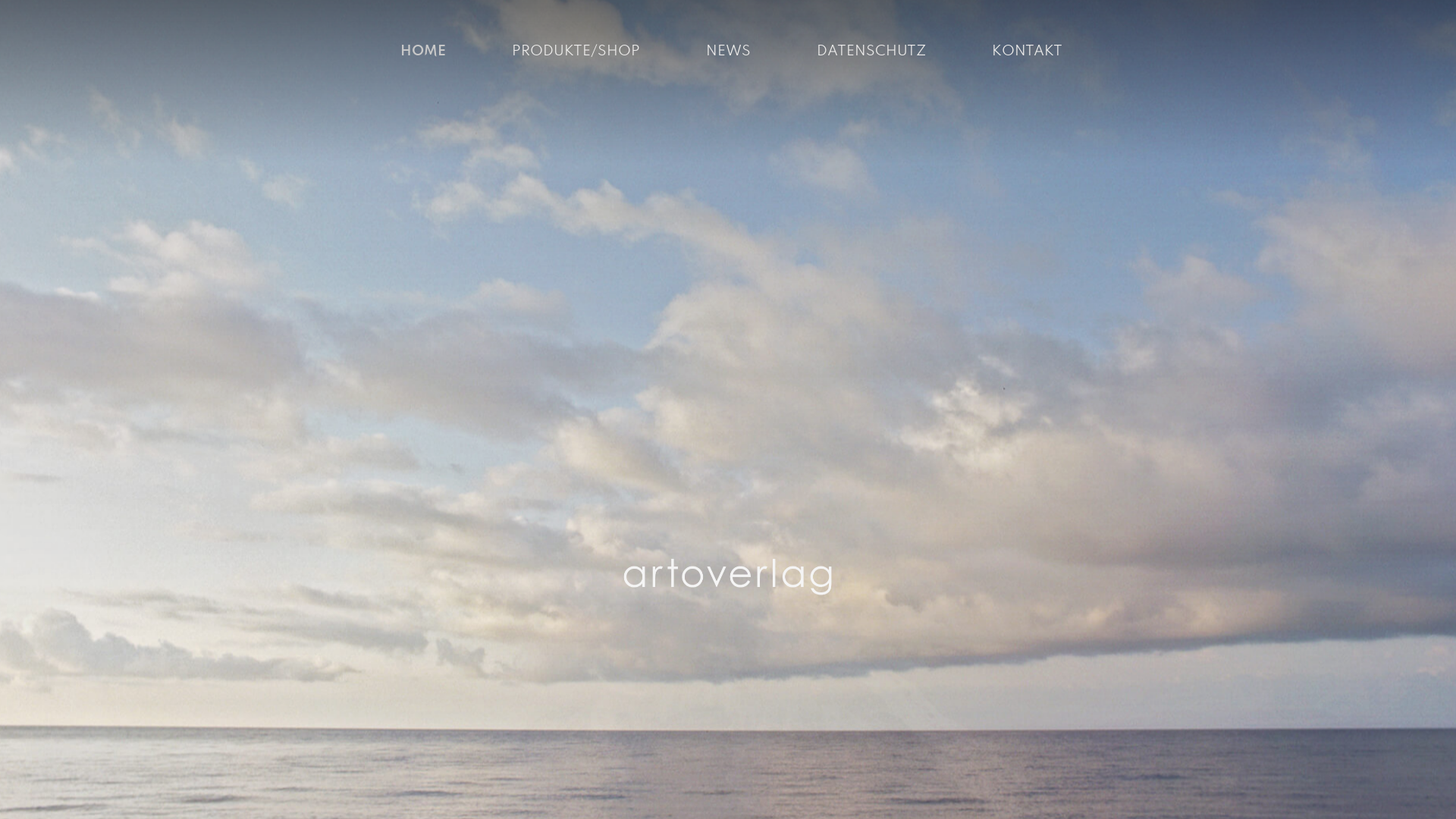  What do you see at coordinates (726, 51) in the screenshot?
I see `'NEWS'` at bounding box center [726, 51].